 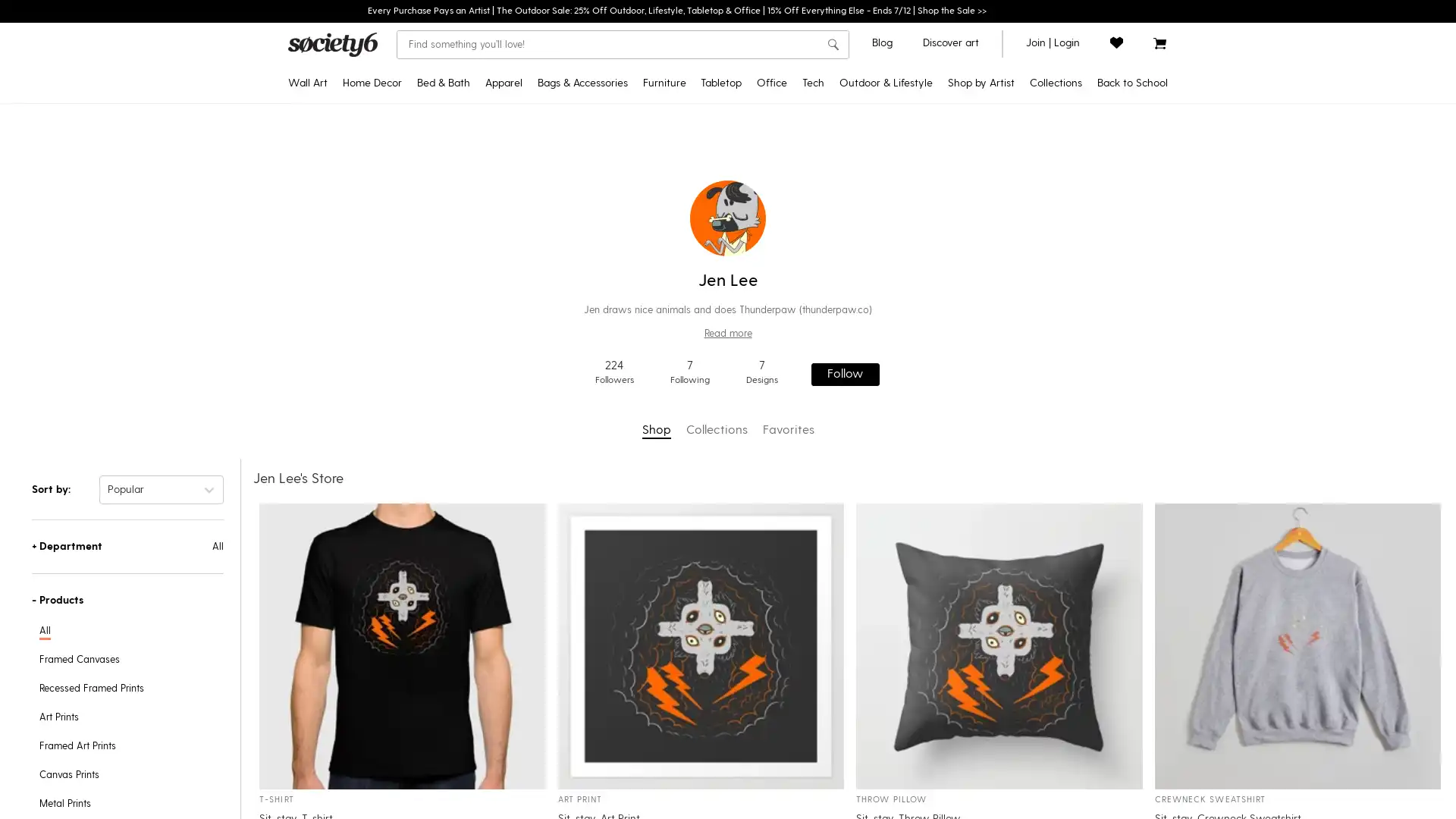 I want to click on Bar Stools, so click(x=690, y=170).